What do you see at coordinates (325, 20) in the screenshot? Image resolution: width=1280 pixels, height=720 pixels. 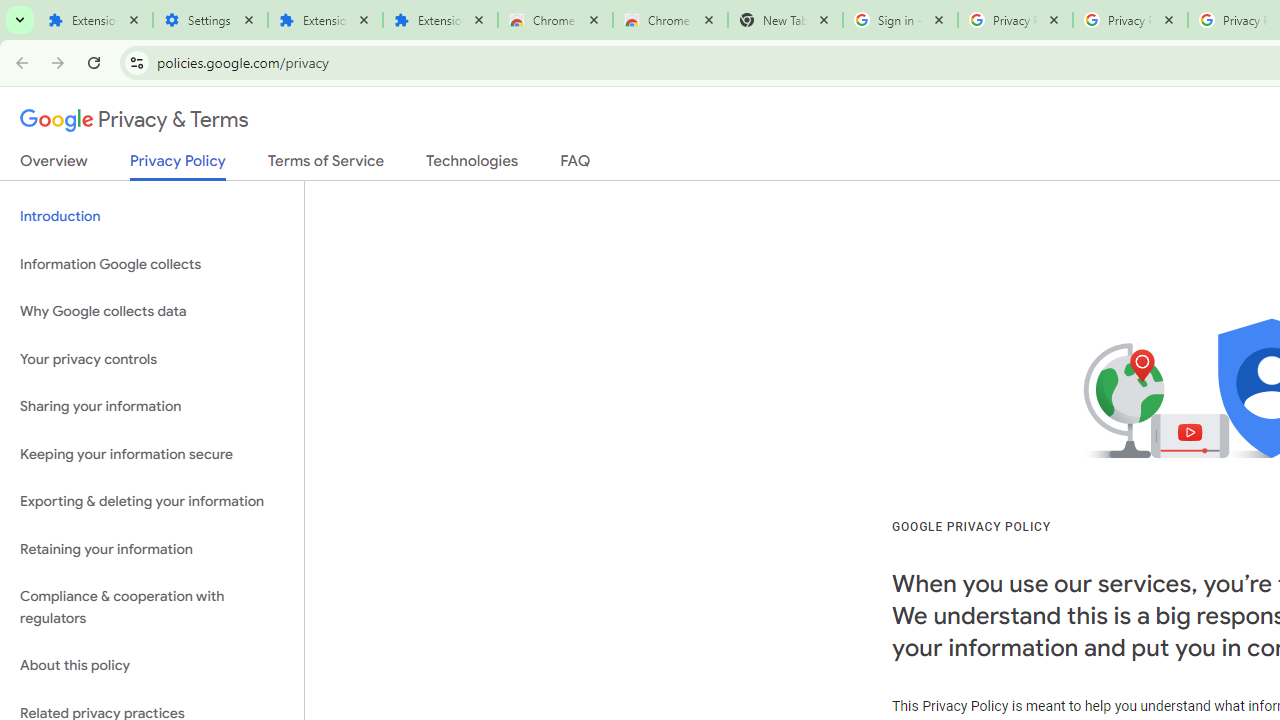 I see `'Extensions'` at bounding box center [325, 20].